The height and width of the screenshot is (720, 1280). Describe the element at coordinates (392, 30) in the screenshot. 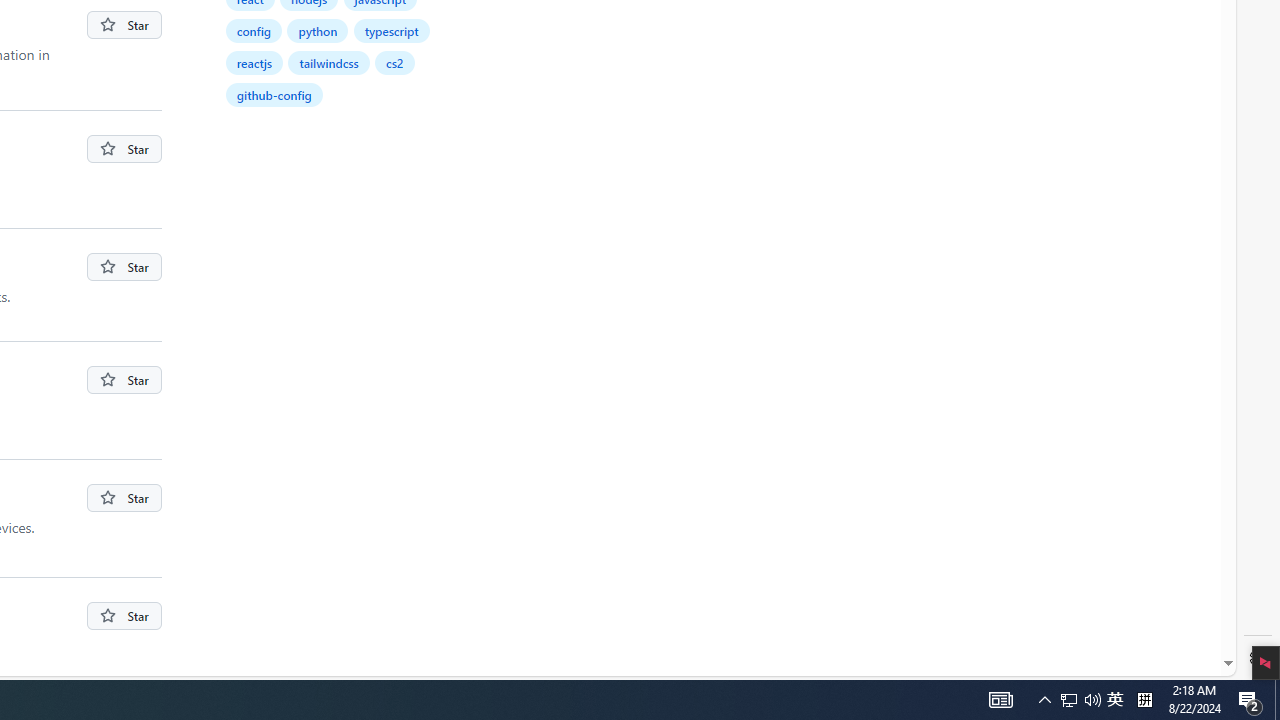

I see `'typescript'` at that location.